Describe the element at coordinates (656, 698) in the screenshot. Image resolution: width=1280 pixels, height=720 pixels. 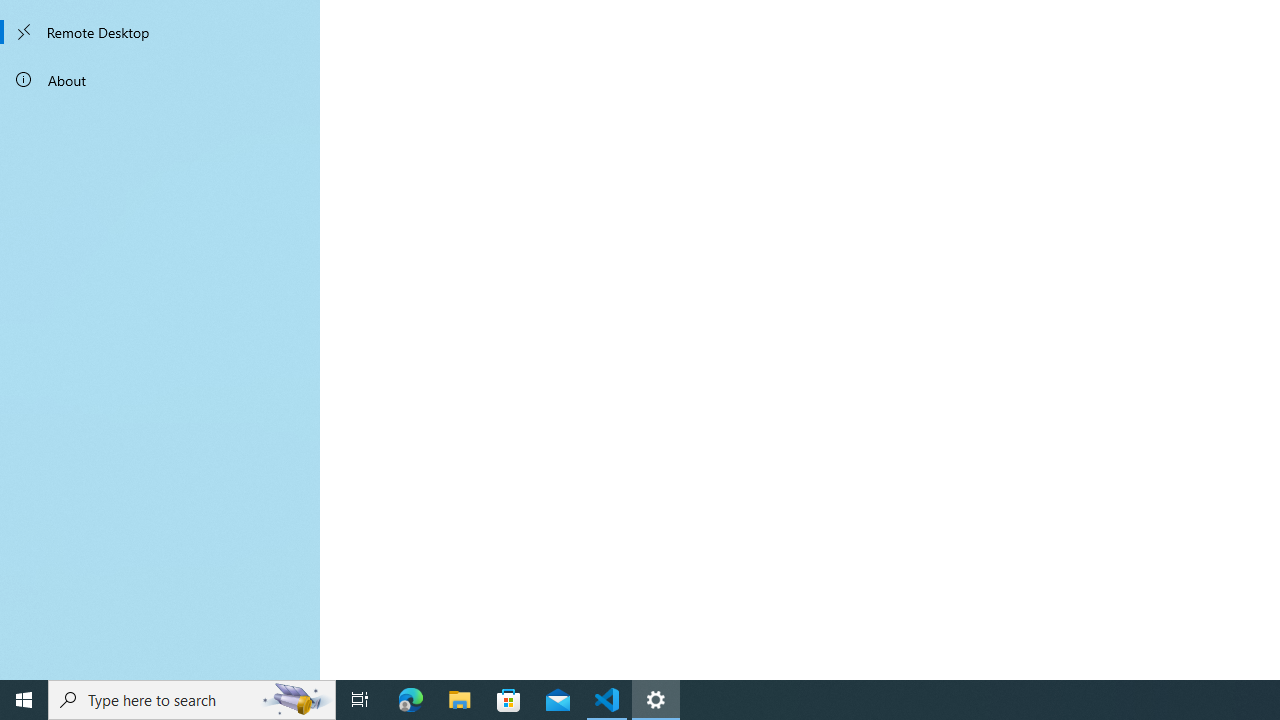
I see `'Settings - 1 running window'` at that location.